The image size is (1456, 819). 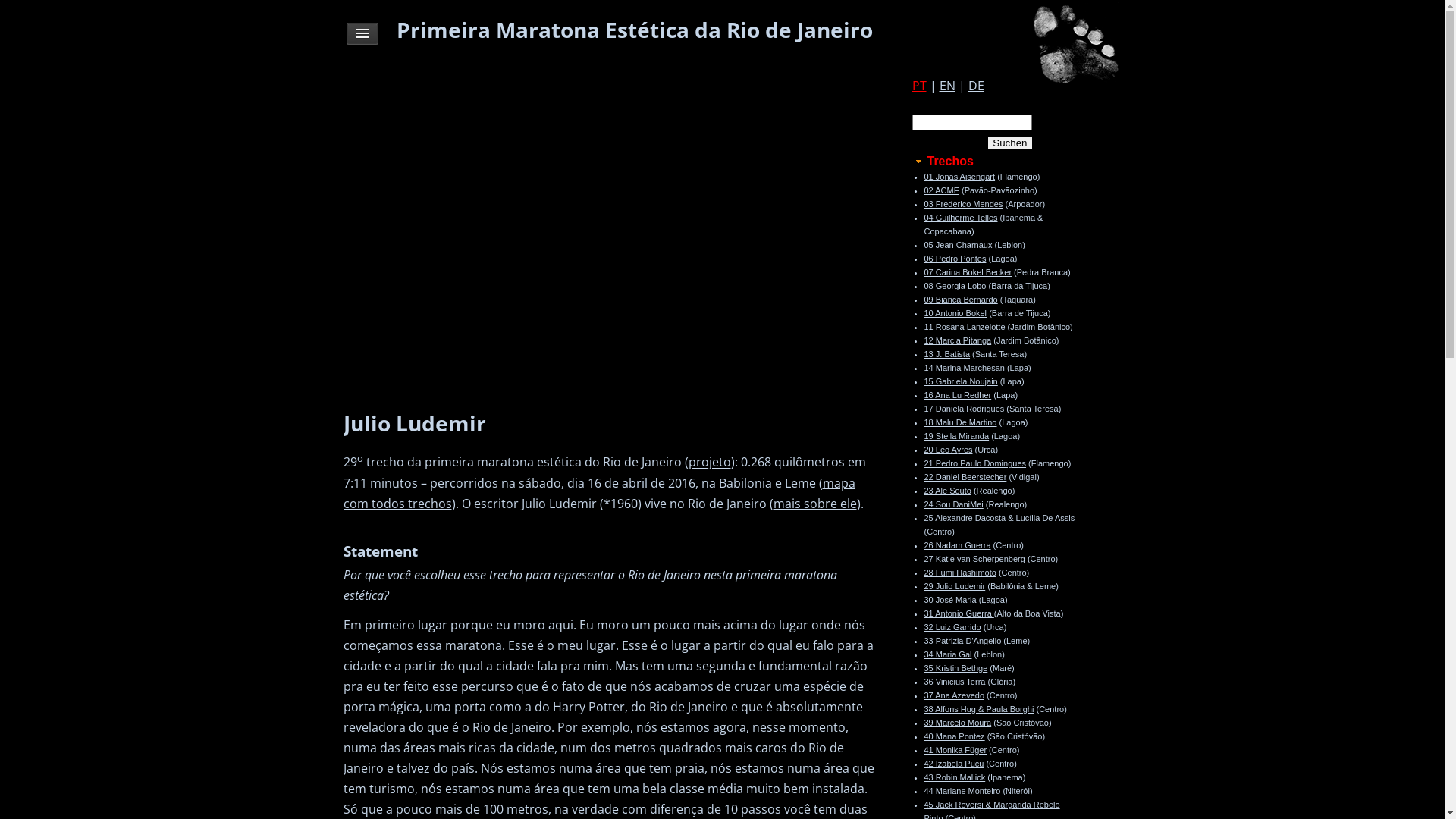 What do you see at coordinates (956, 244) in the screenshot?
I see `'05 Jean Charnaux'` at bounding box center [956, 244].